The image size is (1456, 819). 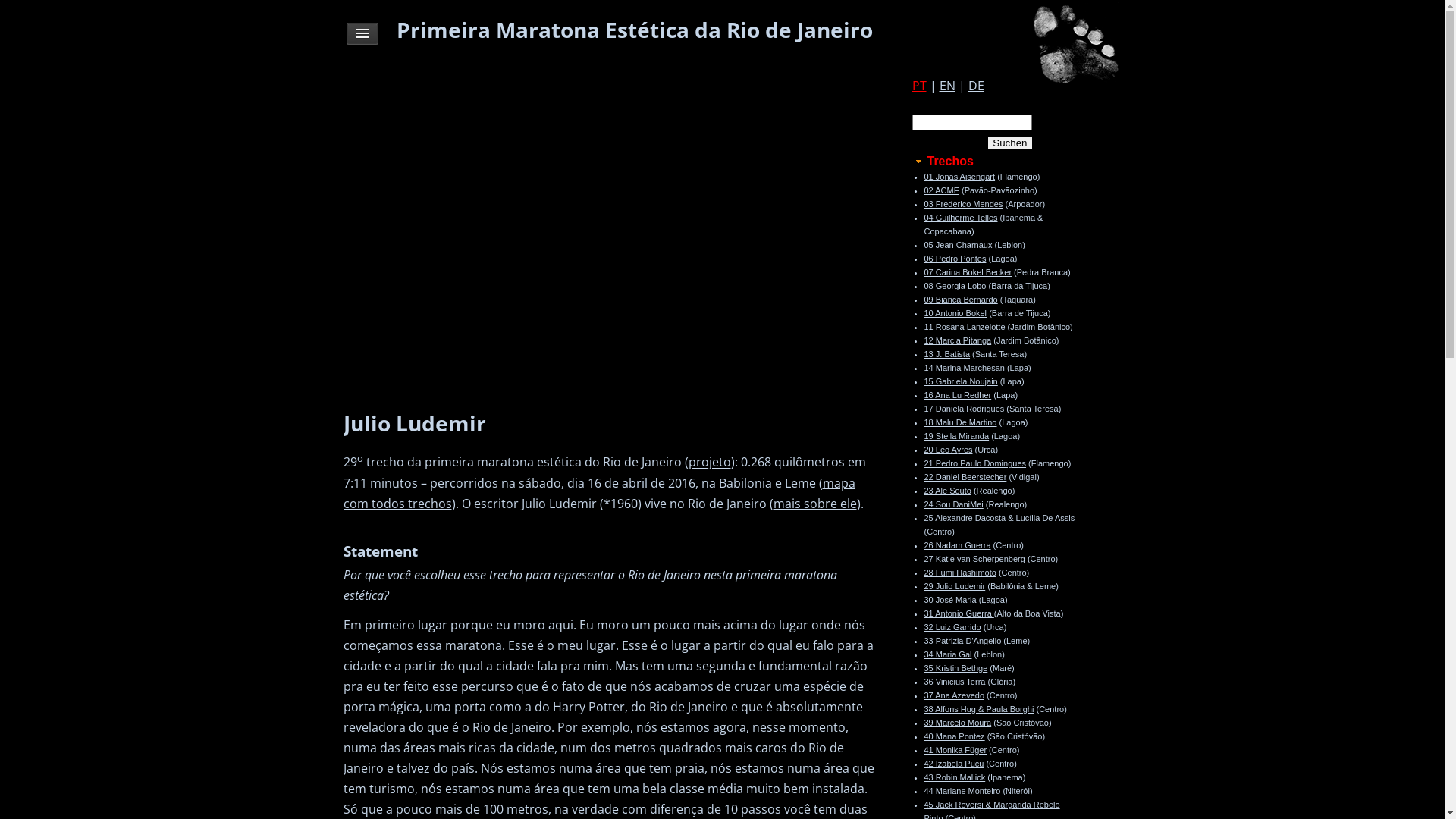 What do you see at coordinates (956, 244) in the screenshot?
I see `'05 Jean Charnaux'` at bounding box center [956, 244].